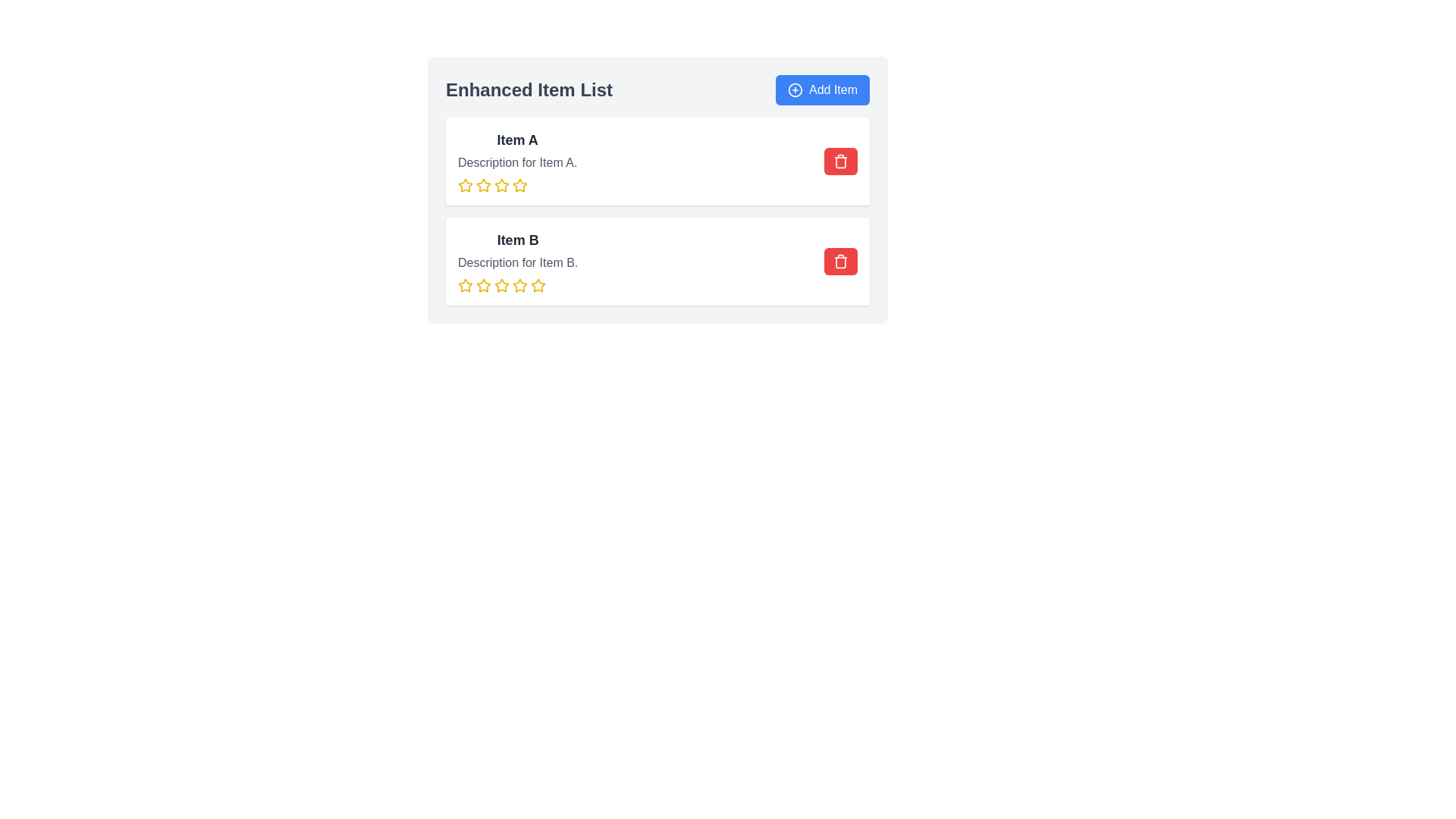 This screenshot has width=1456, height=819. What do you see at coordinates (520, 185) in the screenshot?
I see `the fourth star icon in the rating section of 'Item A'` at bounding box center [520, 185].